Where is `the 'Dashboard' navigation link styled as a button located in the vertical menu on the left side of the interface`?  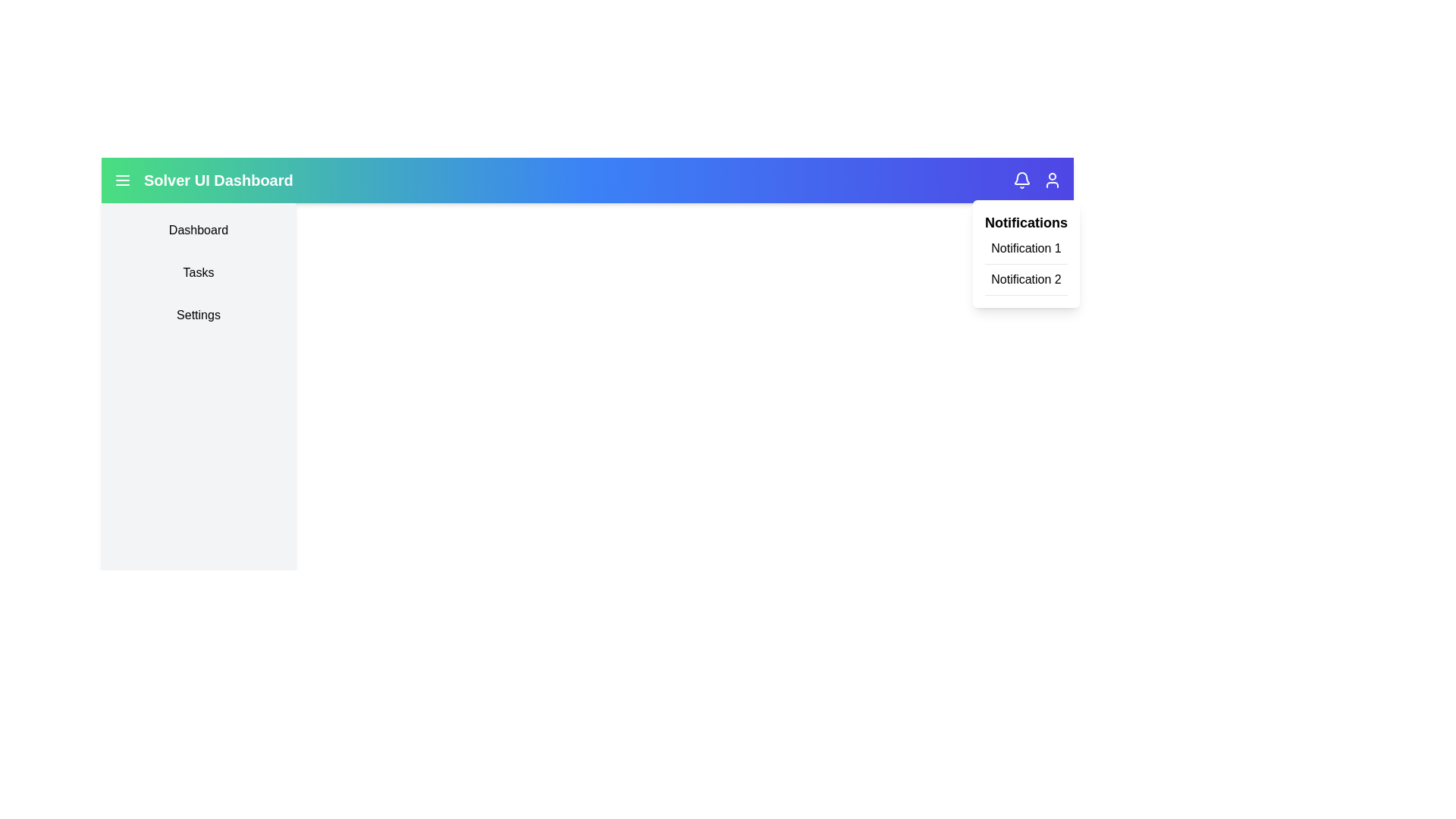
the 'Dashboard' navigation link styled as a button located in the vertical menu on the left side of the interface is located at coordinates (198, 231).